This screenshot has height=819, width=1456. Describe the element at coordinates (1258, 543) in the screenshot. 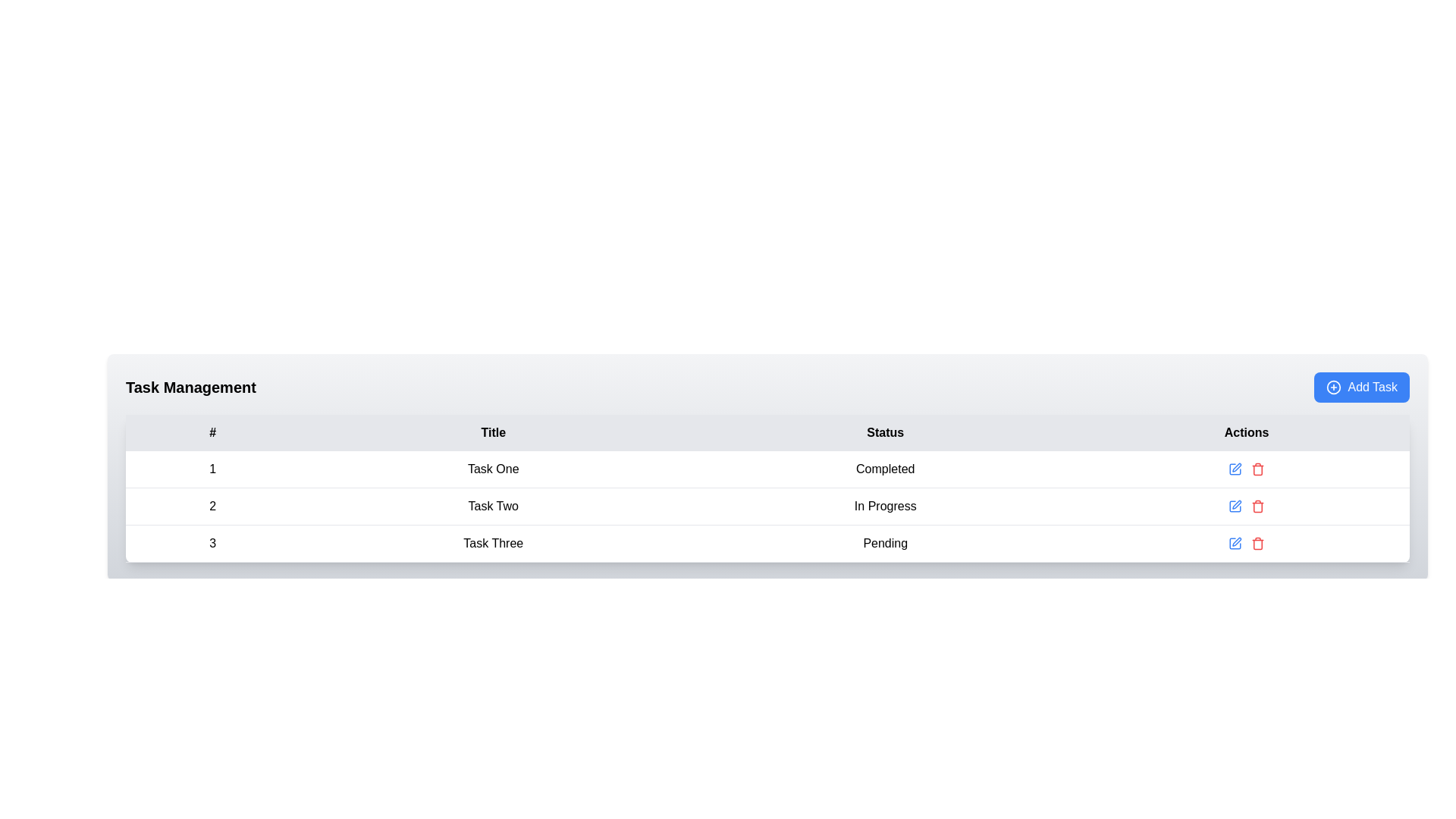

I see `the delete button in the 'Actions' column of the third row in the task table` at that location.